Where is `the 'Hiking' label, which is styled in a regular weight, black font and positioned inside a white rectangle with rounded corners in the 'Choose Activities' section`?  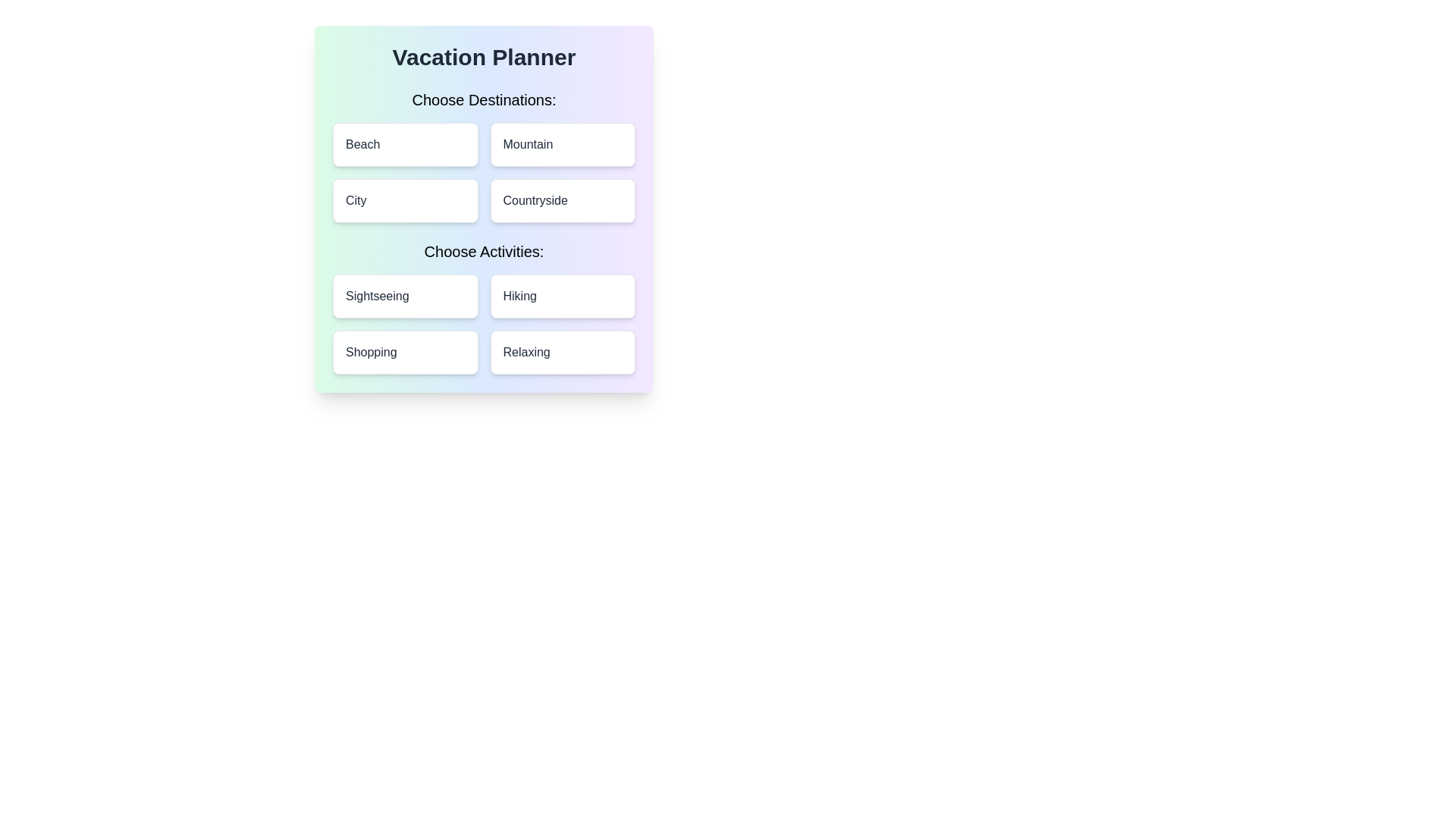 the 'Hiking' label, which is styled in a regular weight, black font and positioned inside a white rectangle with rounded corners in the 'Choose Activities' section is located at coordinates (519, 296).